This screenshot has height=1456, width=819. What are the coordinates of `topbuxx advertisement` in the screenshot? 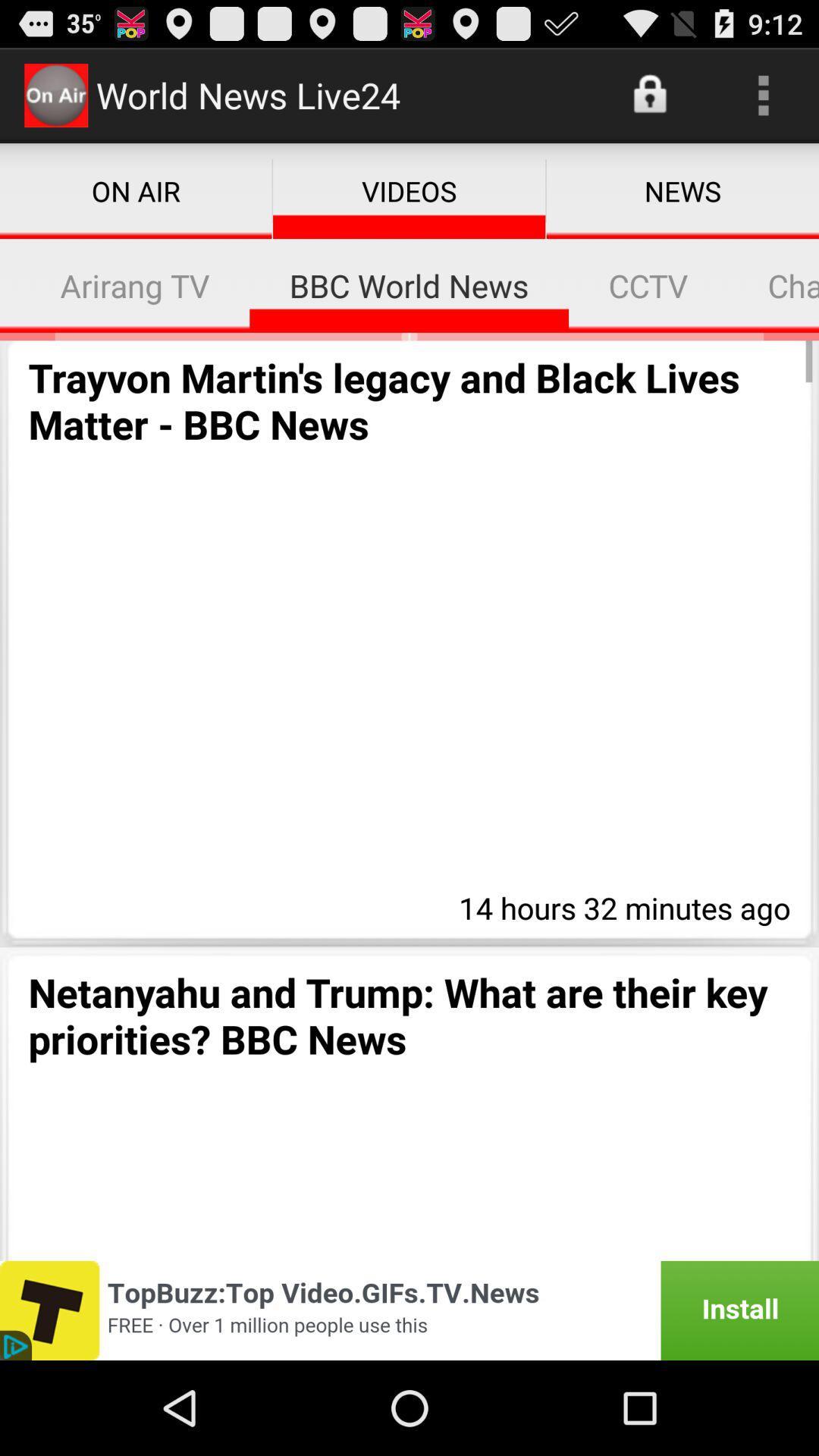 It's located at (409, 1310).